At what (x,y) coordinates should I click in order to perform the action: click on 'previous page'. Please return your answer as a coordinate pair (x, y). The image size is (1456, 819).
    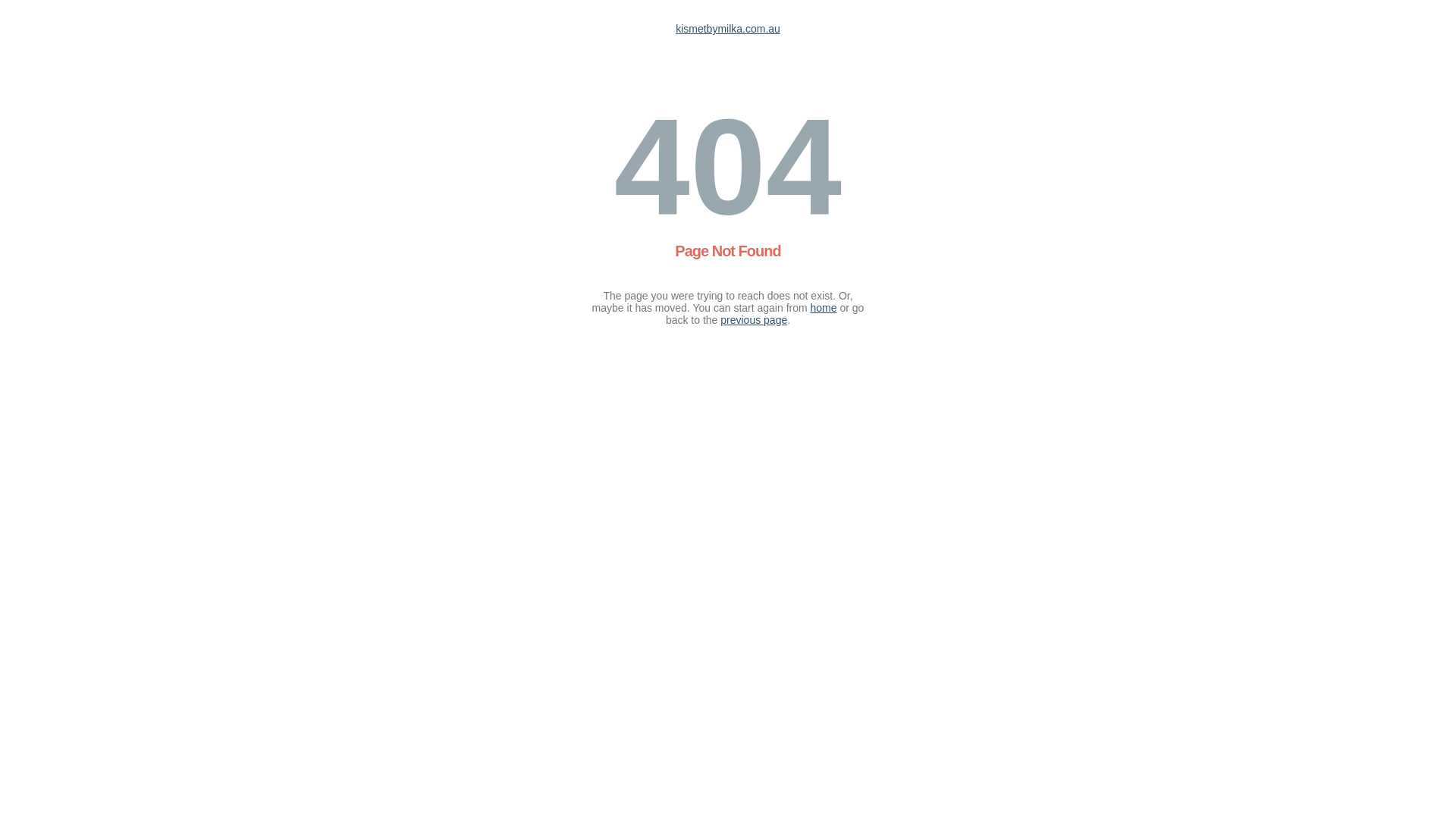
    Looking at the image, I should click on (753, 318).